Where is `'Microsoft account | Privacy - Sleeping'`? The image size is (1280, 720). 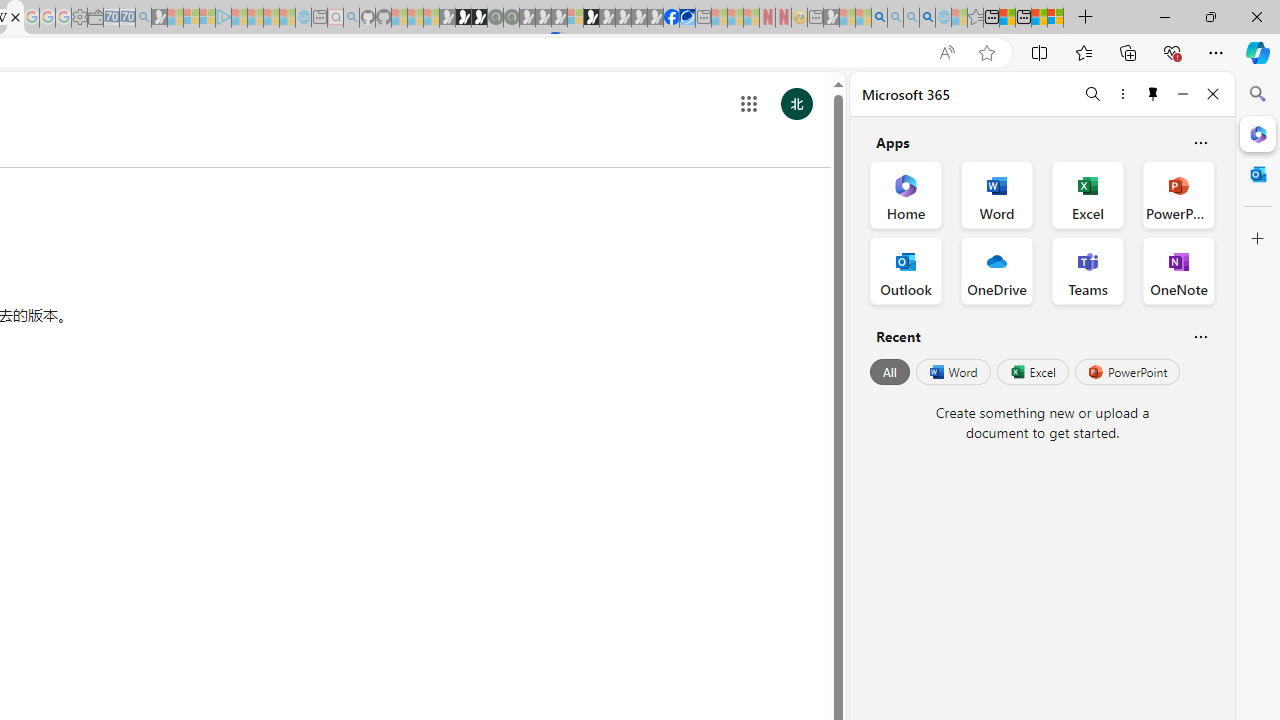
'Microsoft account | Privacy - Sleeping' is located at coordinates (207, 17).